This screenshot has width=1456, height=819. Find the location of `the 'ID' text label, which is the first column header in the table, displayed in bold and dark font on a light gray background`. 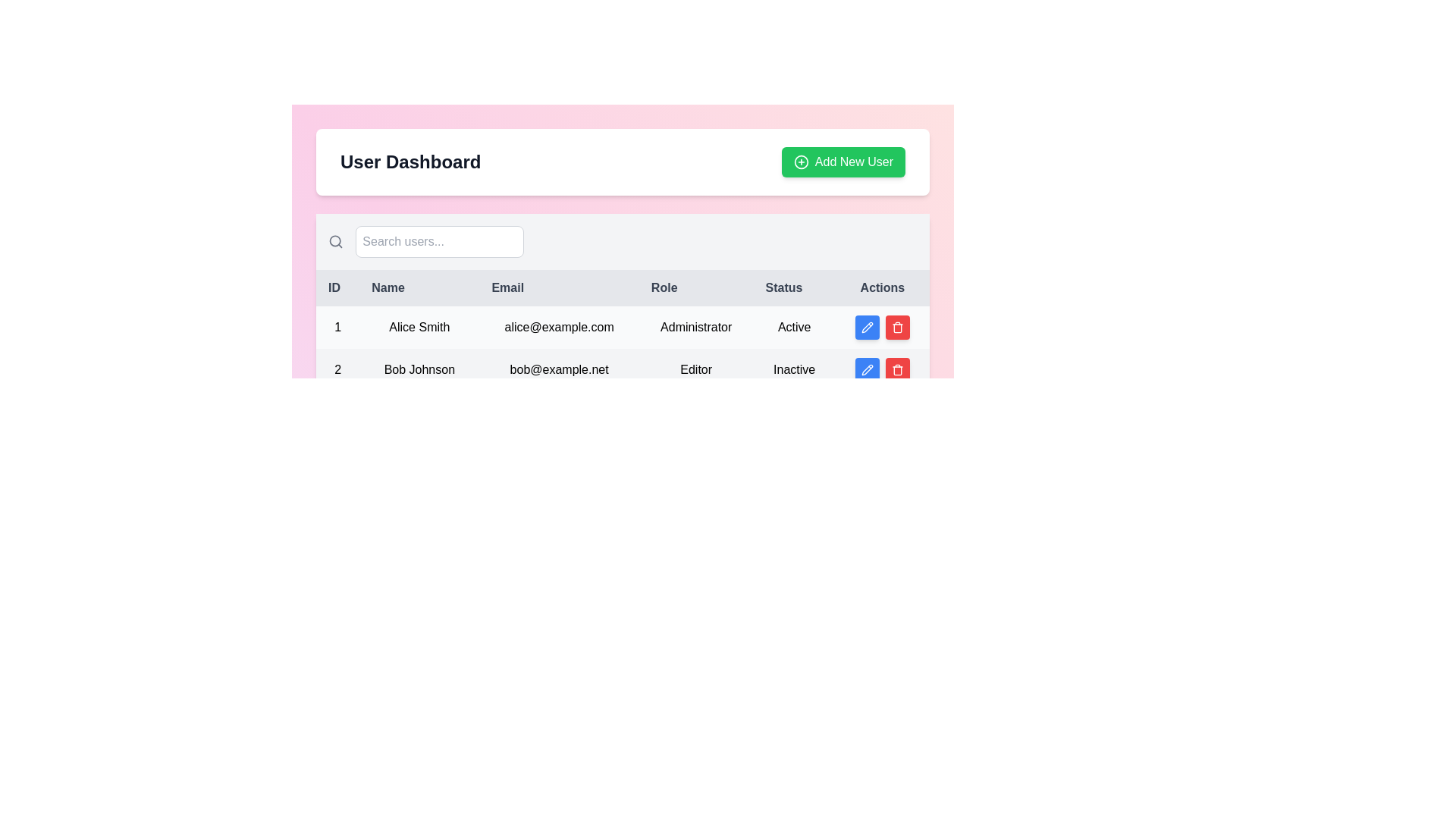

the 'ID' text label, which is the first column header in the table, displayed in bold and dark font on a light gray background is located at coordinates (337, 288).